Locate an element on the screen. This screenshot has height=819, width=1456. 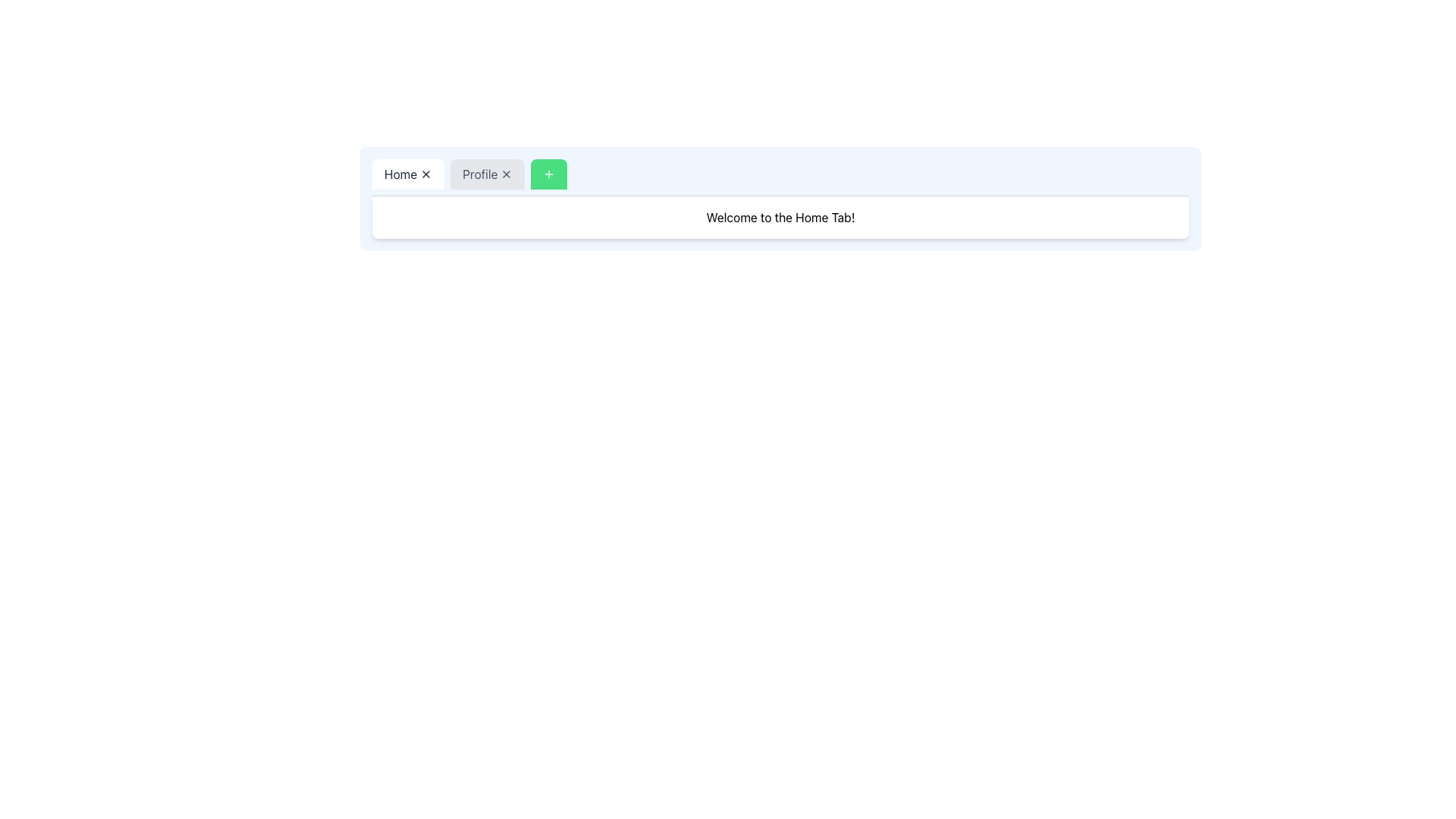
the 'Home' tab button with a close icon is located at coordinates (408, 174).